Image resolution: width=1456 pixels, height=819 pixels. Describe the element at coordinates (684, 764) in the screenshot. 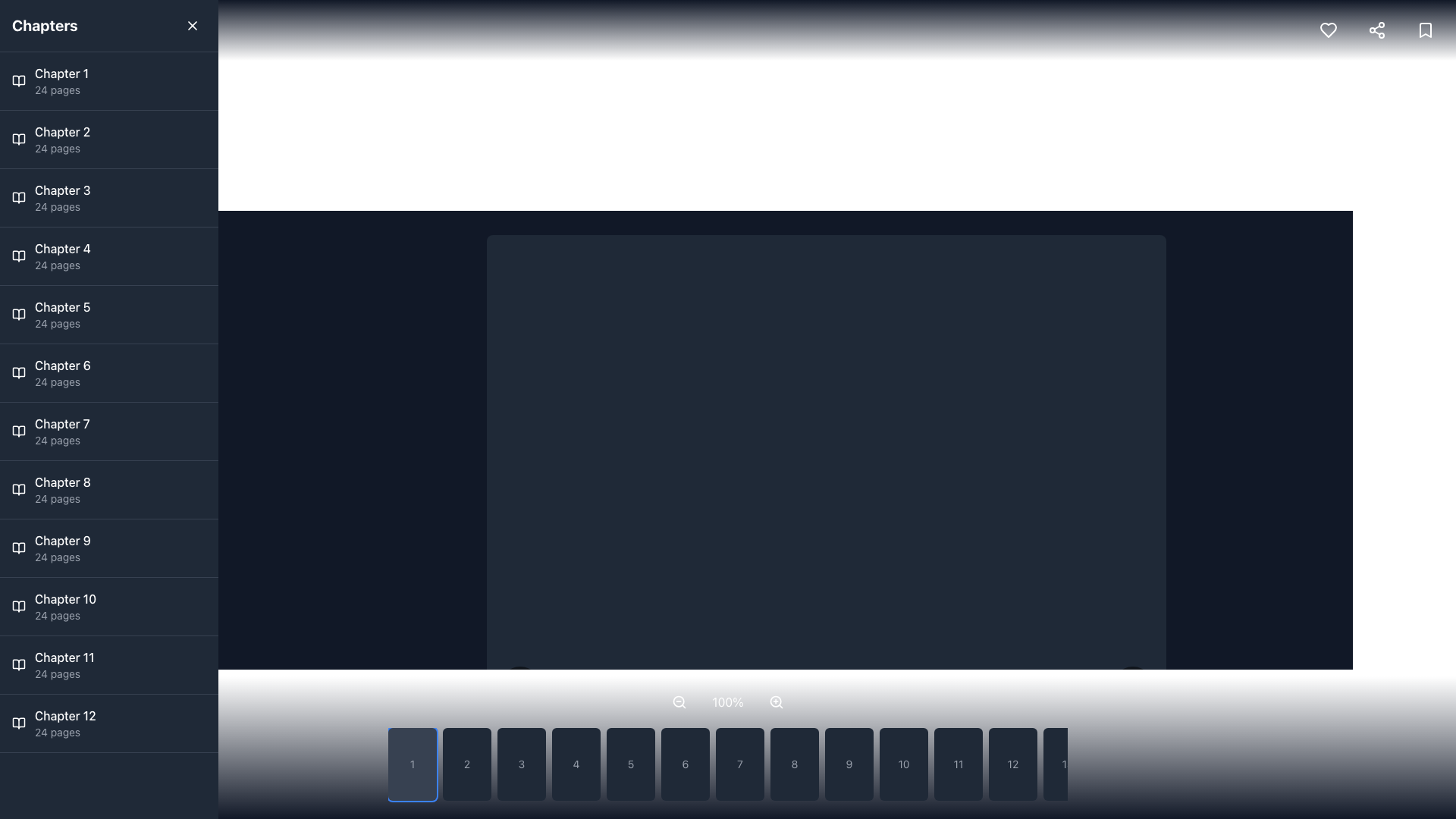

I see `the sixth button in the navigation bar located at the bottom of the interface` at that location.